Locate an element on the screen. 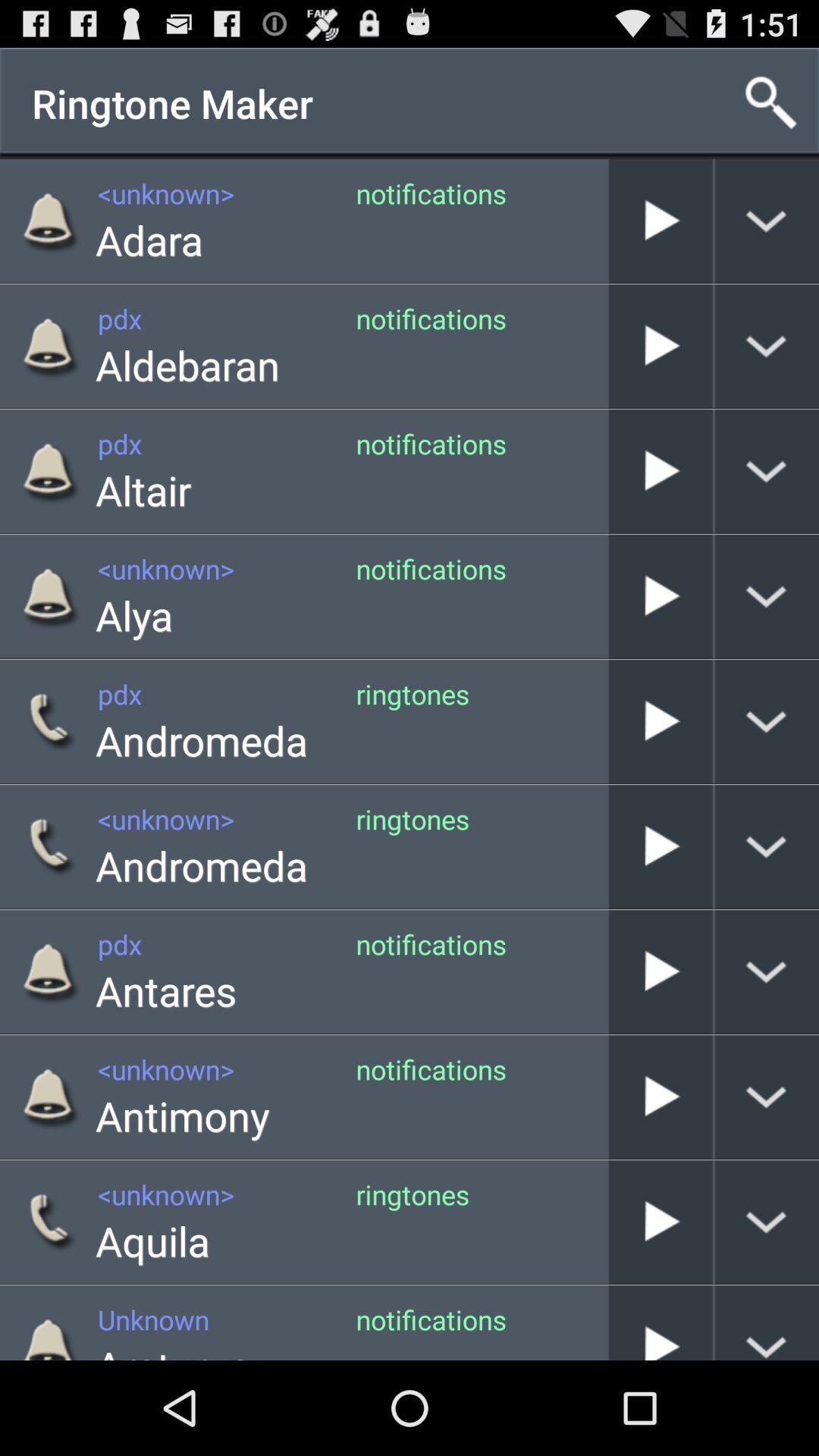 This screenshot has height=1456, width=819. display call info is located at coordinates (767, 846).